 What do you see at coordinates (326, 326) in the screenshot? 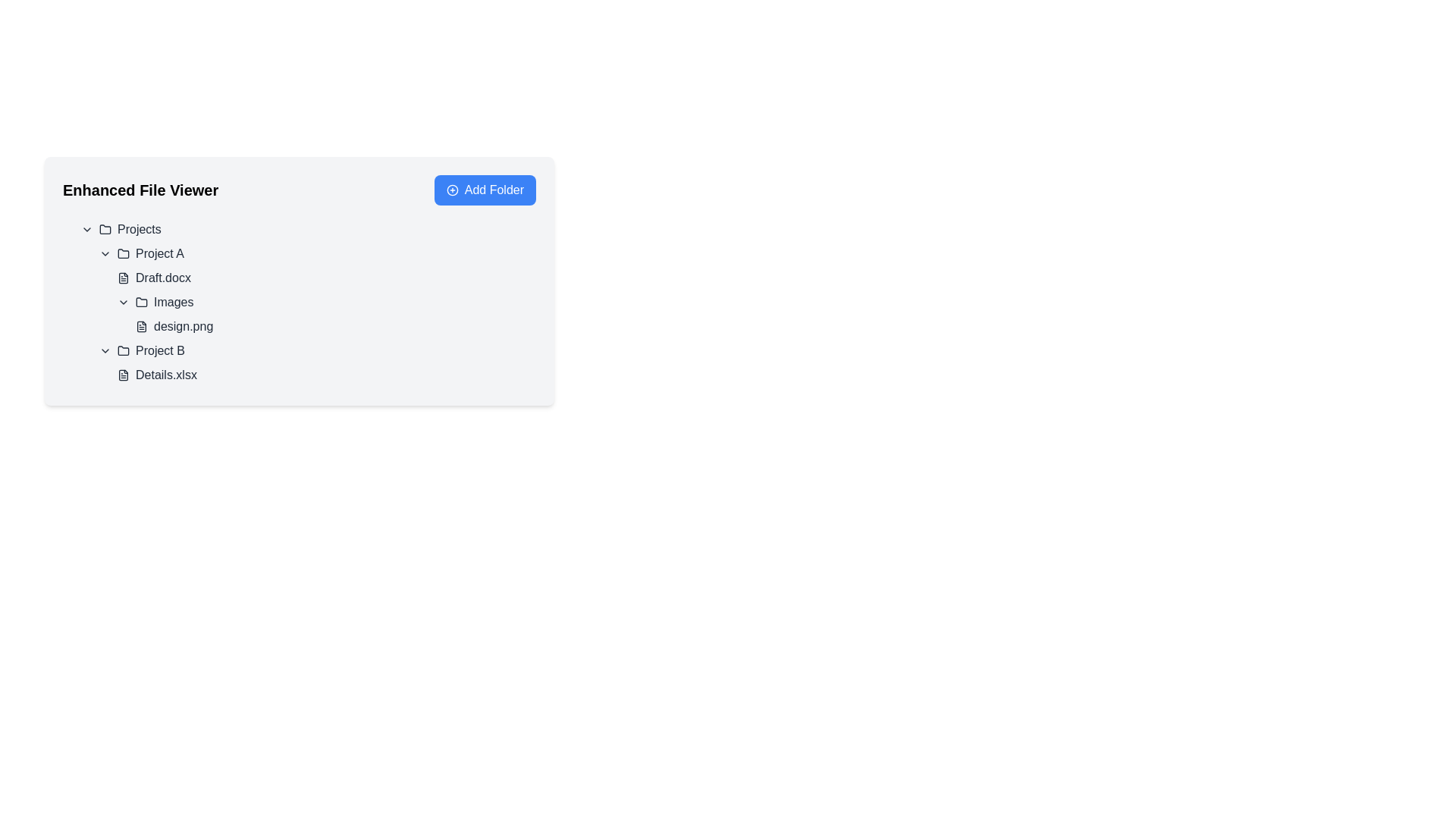
I see `the file entry named 'design.png'` at bounding box center [326, 326].